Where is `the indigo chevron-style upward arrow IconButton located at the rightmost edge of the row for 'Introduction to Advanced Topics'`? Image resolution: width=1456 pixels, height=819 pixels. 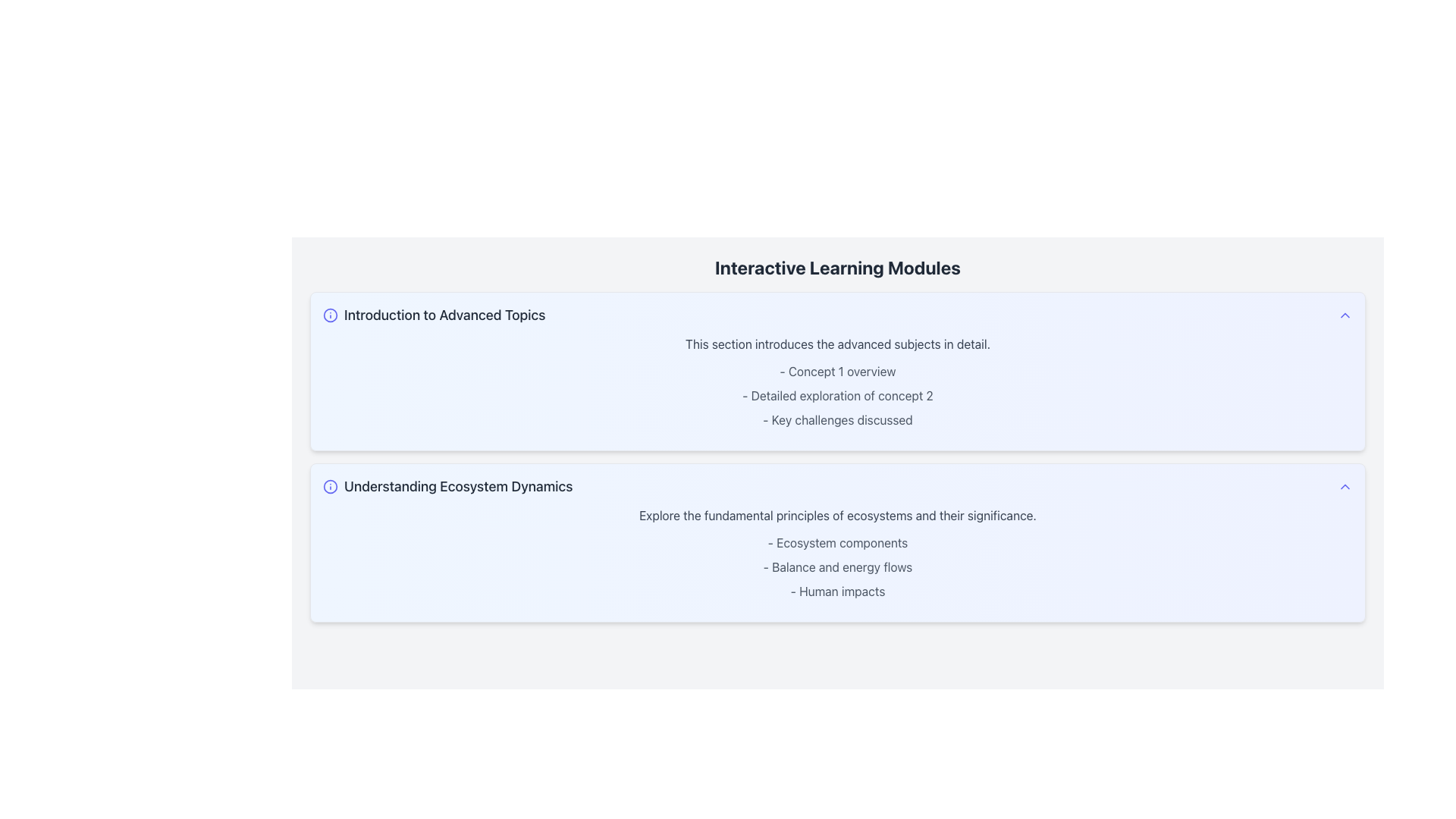
the indigo chevron-style upward arrow IconButton located at the rightmost edge of the row for 'Introduction to Advanced Topics' is located at coordinates (1345, 315).